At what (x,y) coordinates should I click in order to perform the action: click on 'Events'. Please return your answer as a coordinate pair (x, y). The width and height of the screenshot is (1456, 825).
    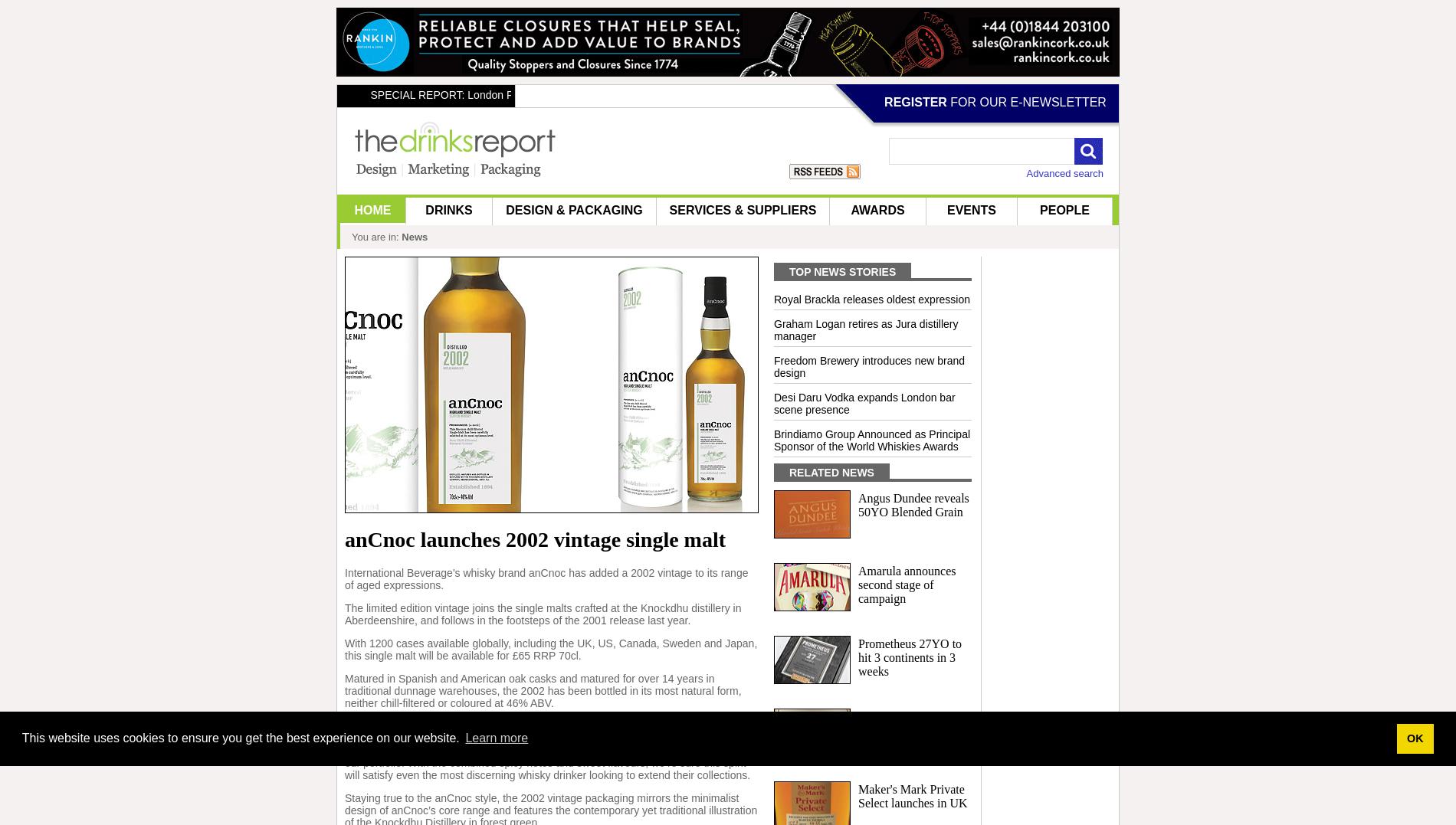
    Looking at the image, I should click on (946, 209).